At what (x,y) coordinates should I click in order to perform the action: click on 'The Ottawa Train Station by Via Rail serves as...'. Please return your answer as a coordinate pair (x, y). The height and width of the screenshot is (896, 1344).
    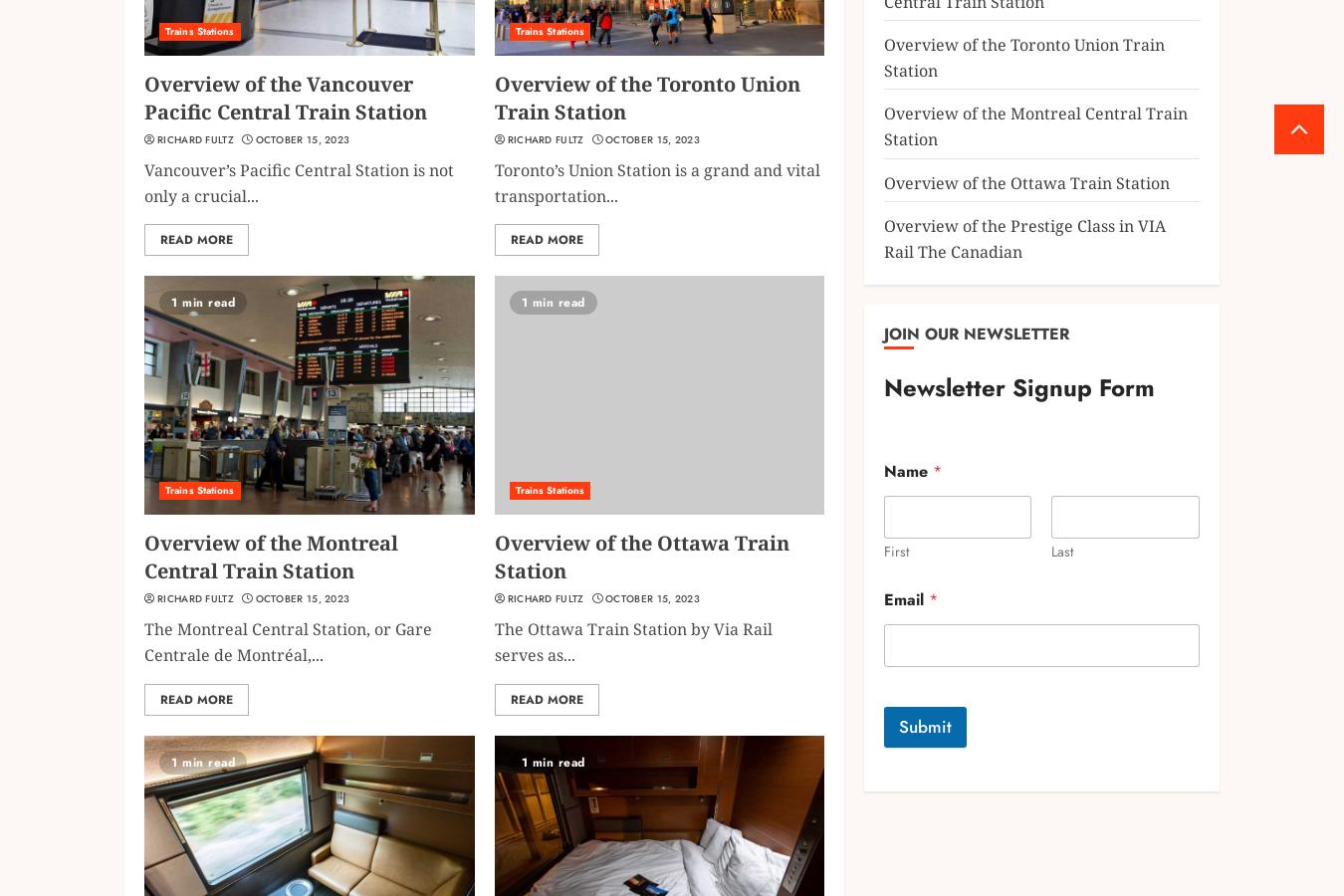
    Looking at the image, I should click on (632, 641).